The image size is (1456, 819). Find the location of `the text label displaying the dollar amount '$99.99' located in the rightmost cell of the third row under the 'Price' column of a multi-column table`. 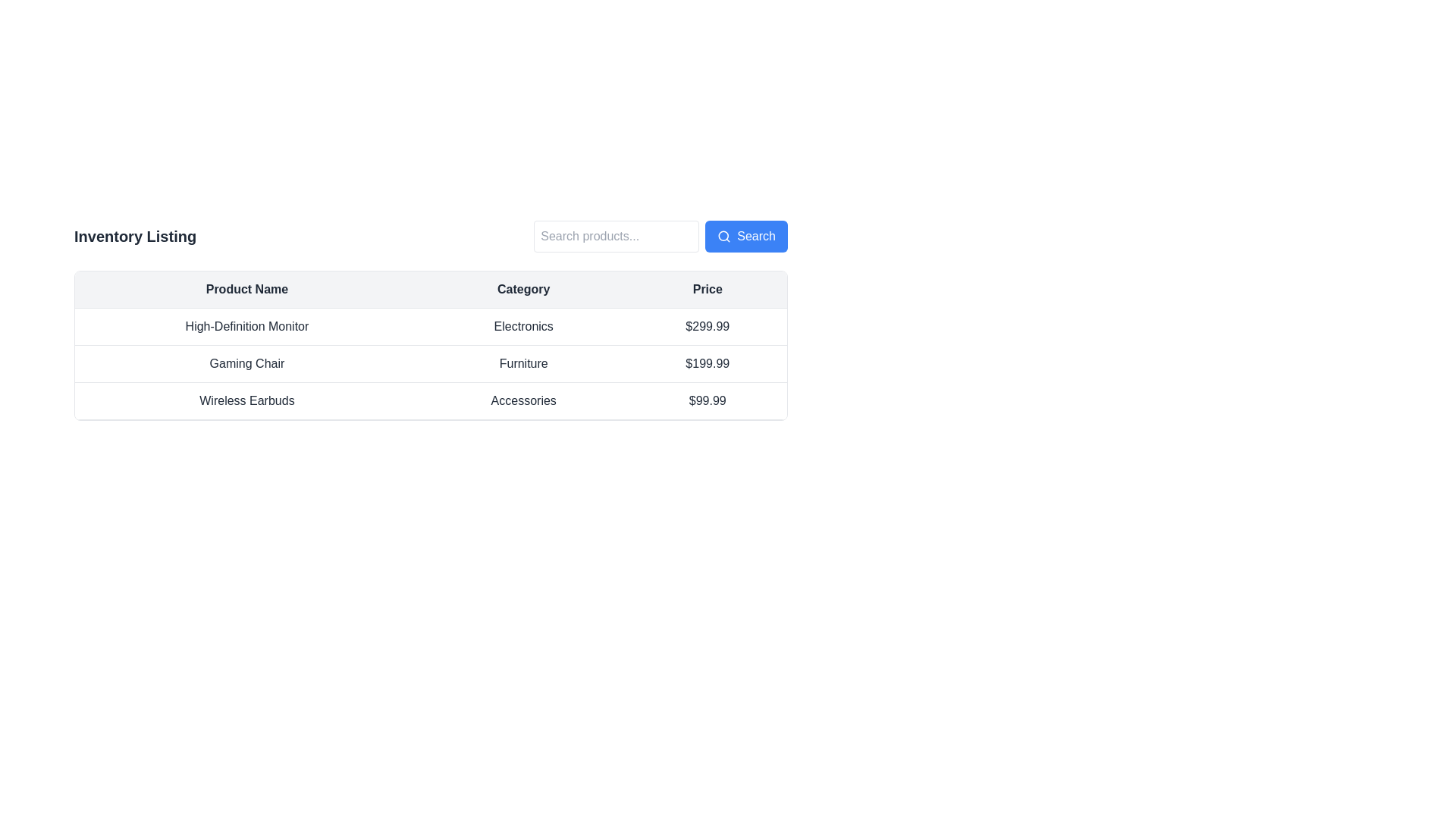

the text label displaying the dollar amount '$99.99' located in the rightmost cell of the third row under the 'Price' column of a multi-column table is located at coordinates (707, 400).